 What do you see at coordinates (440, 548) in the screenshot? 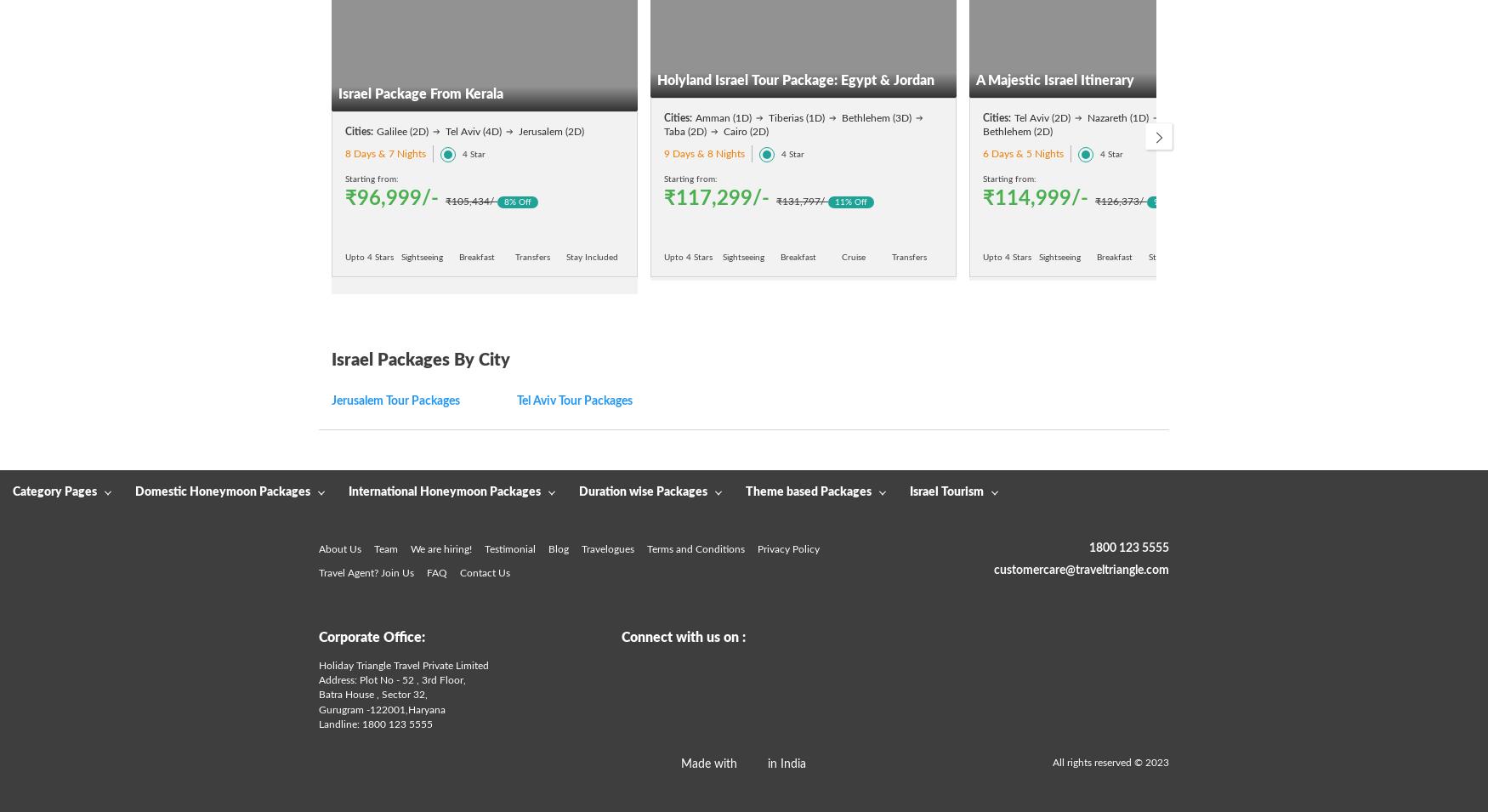
I see `'We are hiring!'` at bounding box center [440, 548].